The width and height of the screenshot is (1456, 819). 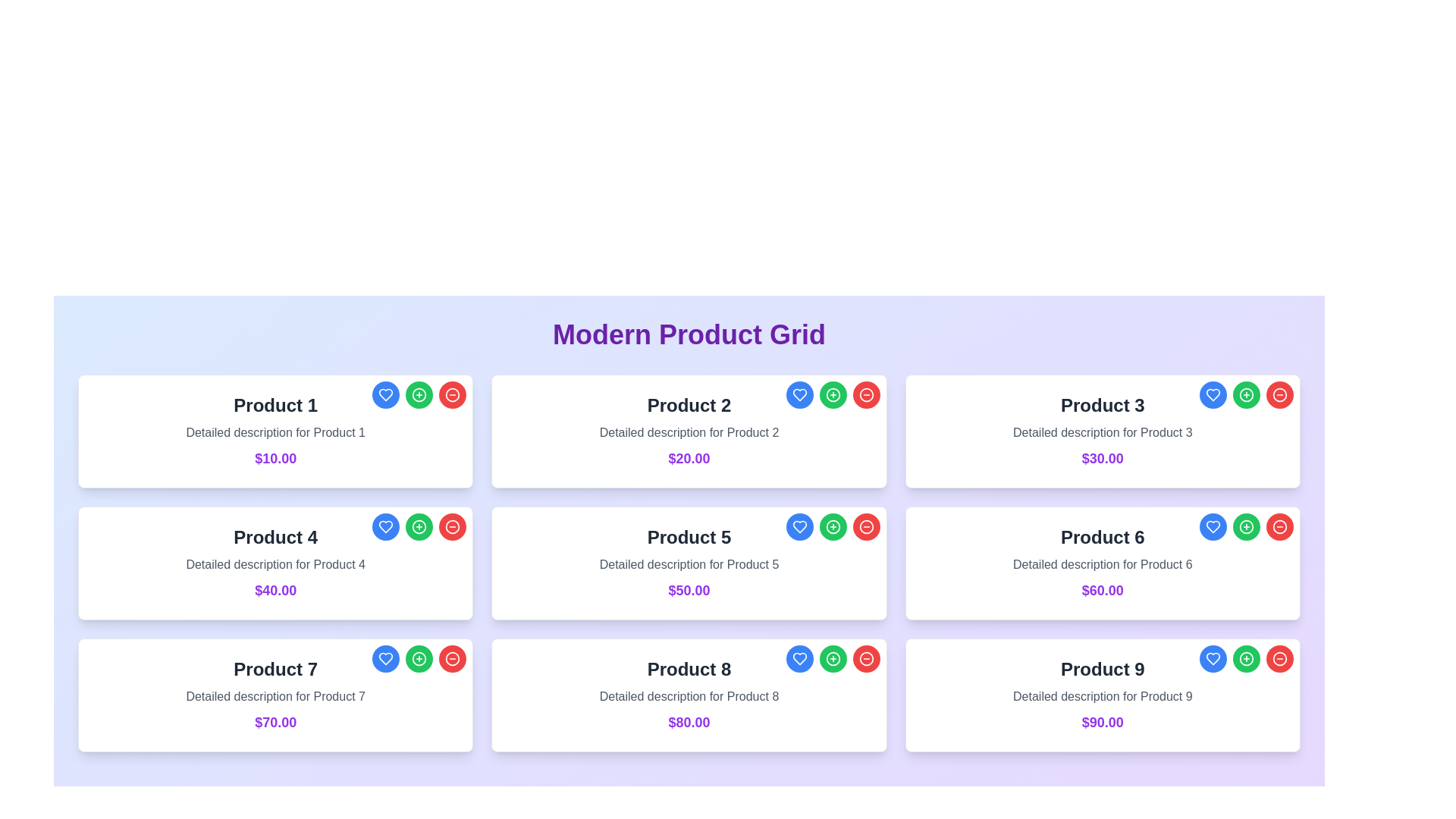 What do you see at coordinates (275, 405) in the screenshot?
I see `the product name text label located at the top of the product card, which displays the product's name and is centrally aligned` at bounding box center [275, 405].